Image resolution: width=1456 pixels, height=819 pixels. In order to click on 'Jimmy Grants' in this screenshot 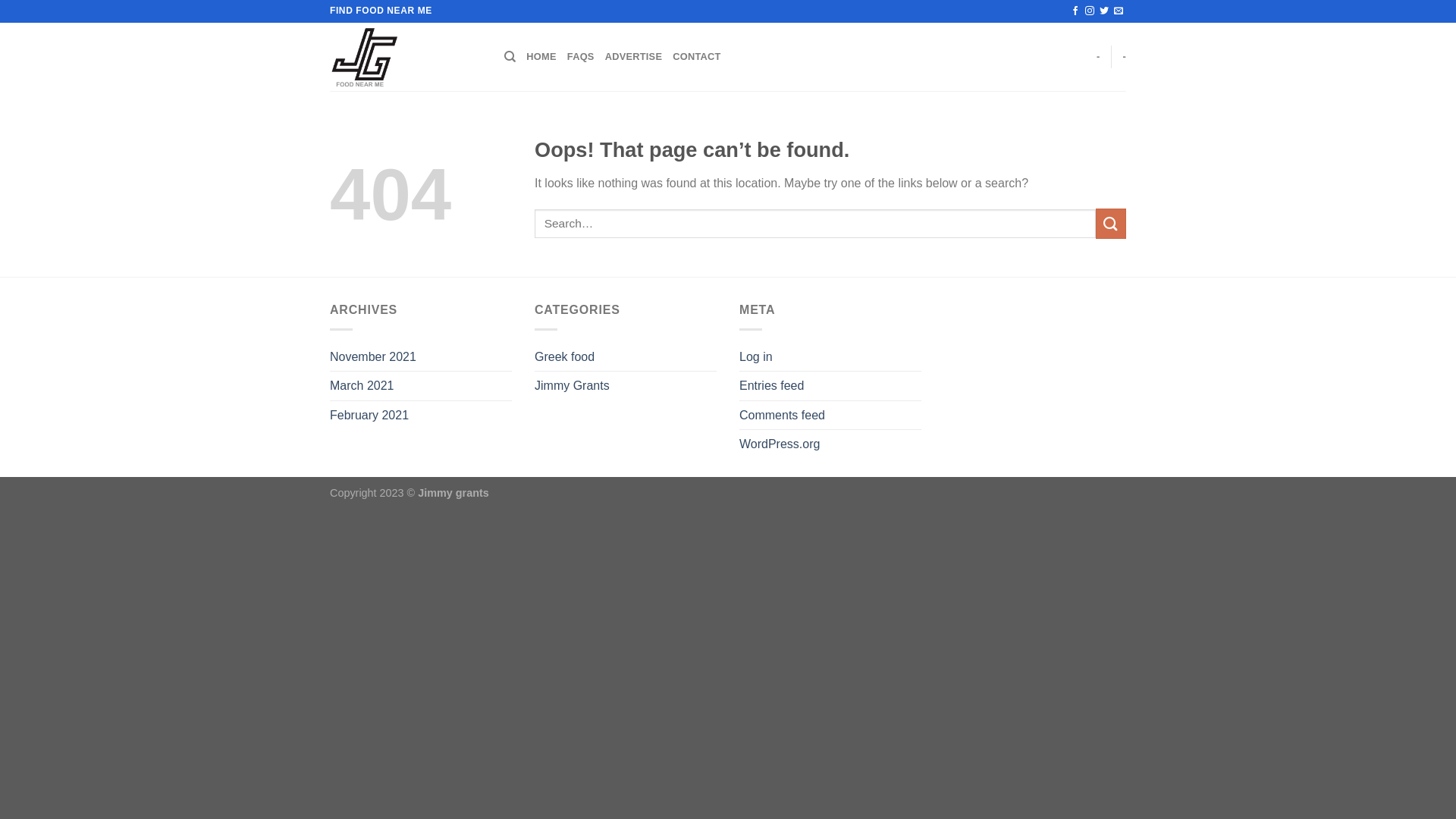, I will do `click(571, 385)`.